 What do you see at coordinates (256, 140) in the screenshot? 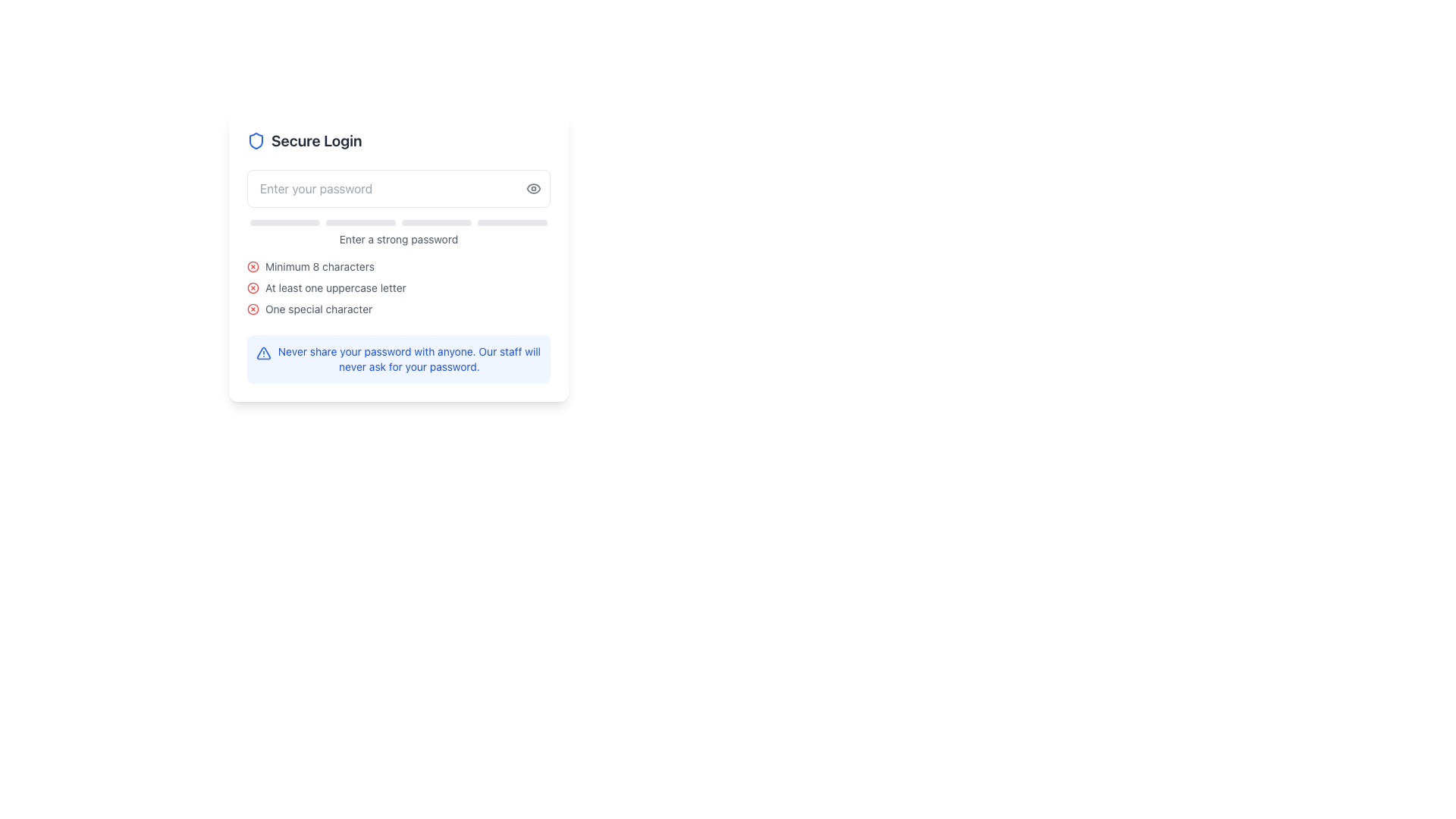
I see `the shield icon with a blue outline that is positioned to the left of the 'Secure Login' text` at bounding box center [256, 140].